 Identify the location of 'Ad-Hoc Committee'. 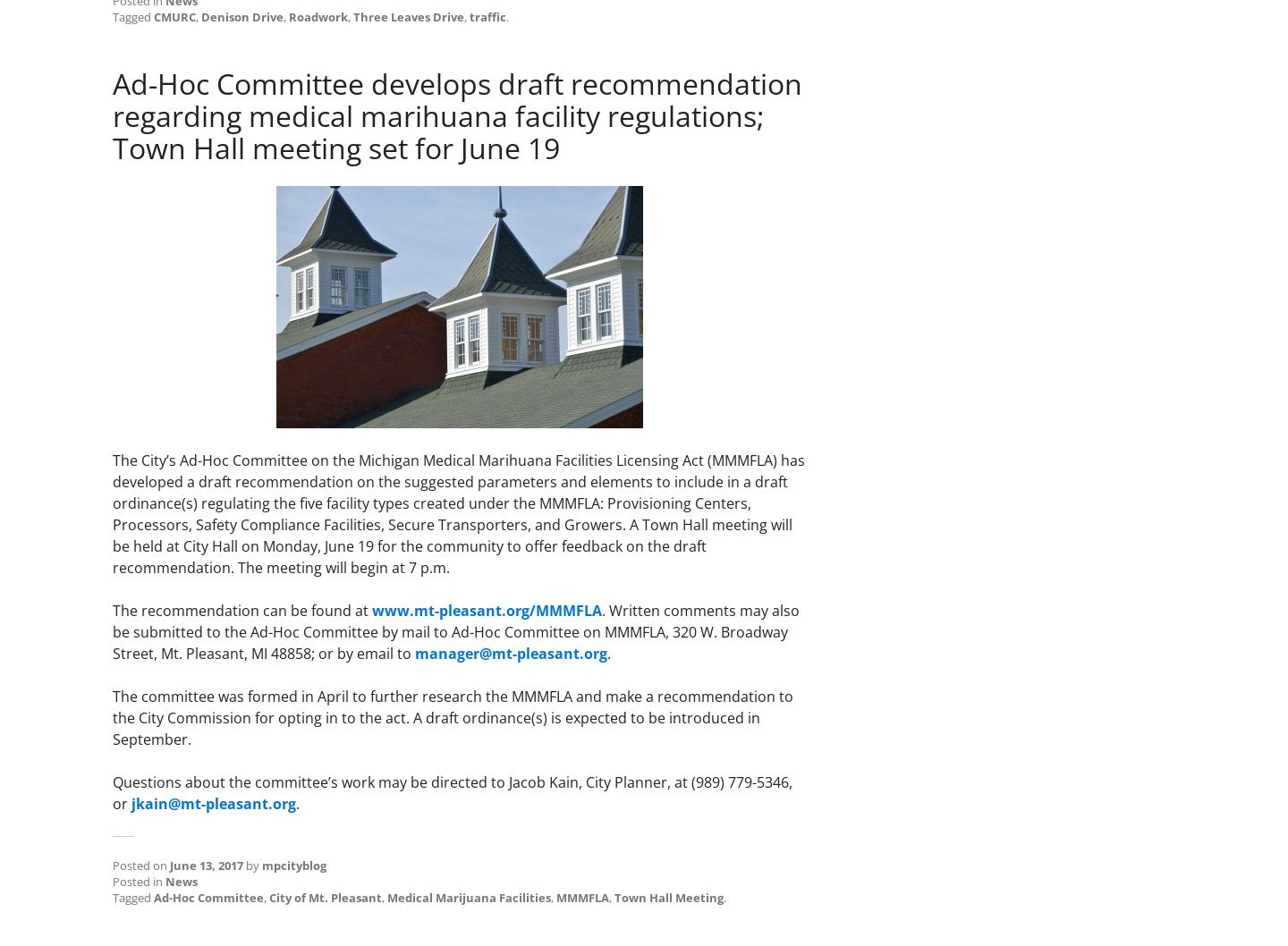
(208, 895).